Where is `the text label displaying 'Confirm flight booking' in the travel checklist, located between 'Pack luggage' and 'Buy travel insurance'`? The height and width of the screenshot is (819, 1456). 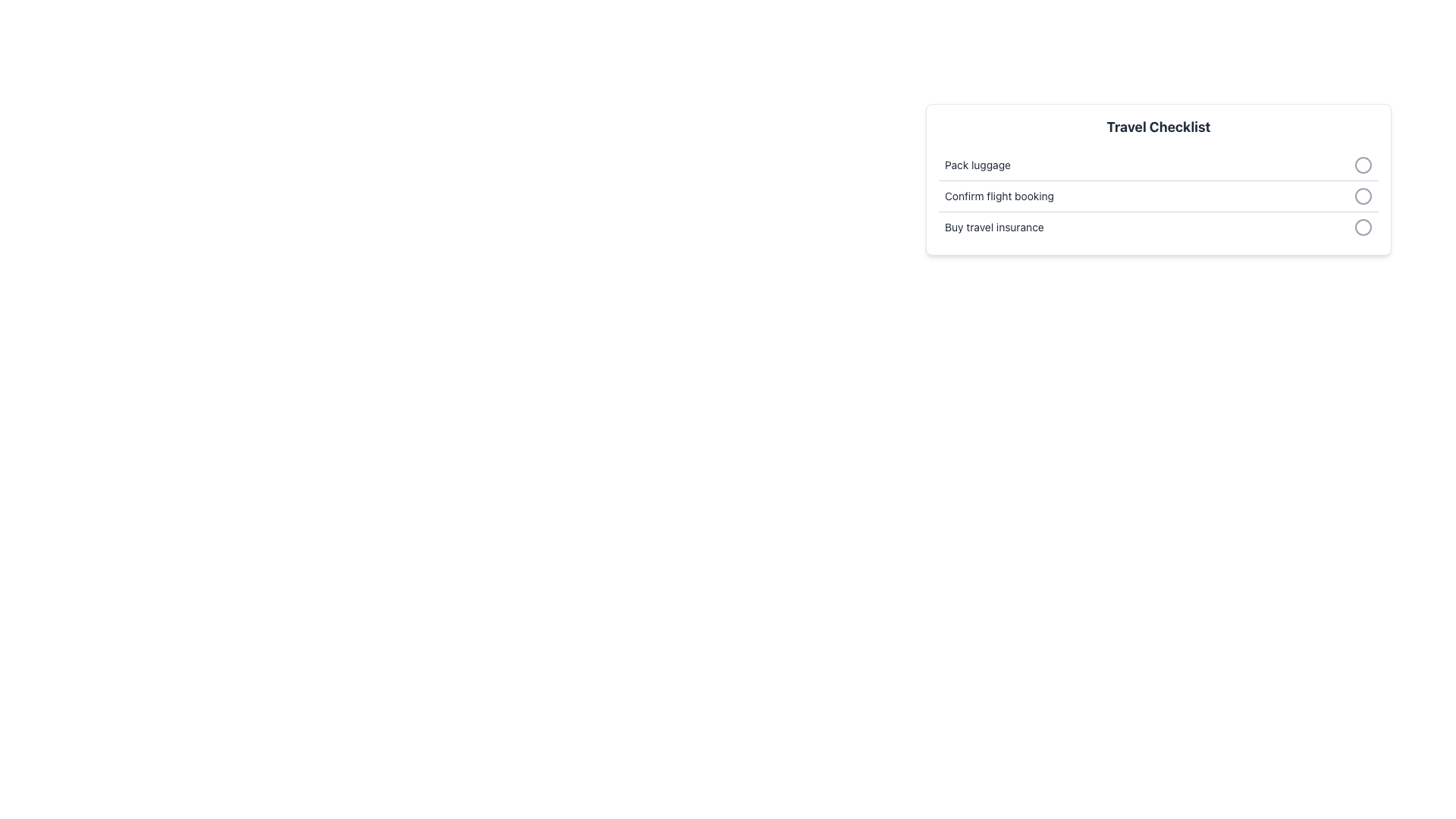
the text label displaying 'Confirm flight booking' in the travel checklist, located between 'Pack luggage' and 'Buy travel insurance' is located at coordinates (999, 195).